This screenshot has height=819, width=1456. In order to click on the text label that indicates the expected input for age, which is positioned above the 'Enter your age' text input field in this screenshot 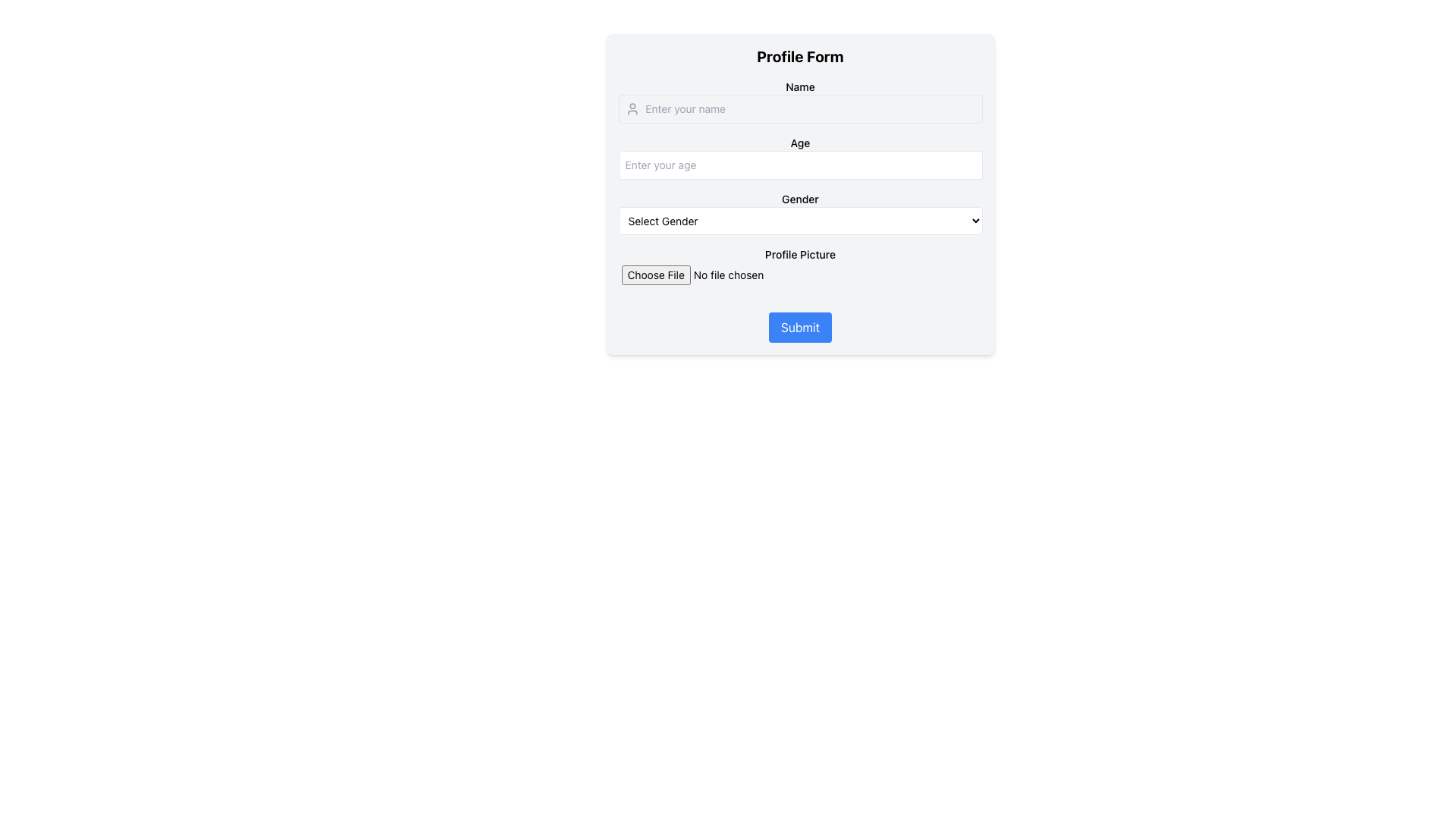, I will do `click(799, 143)`.